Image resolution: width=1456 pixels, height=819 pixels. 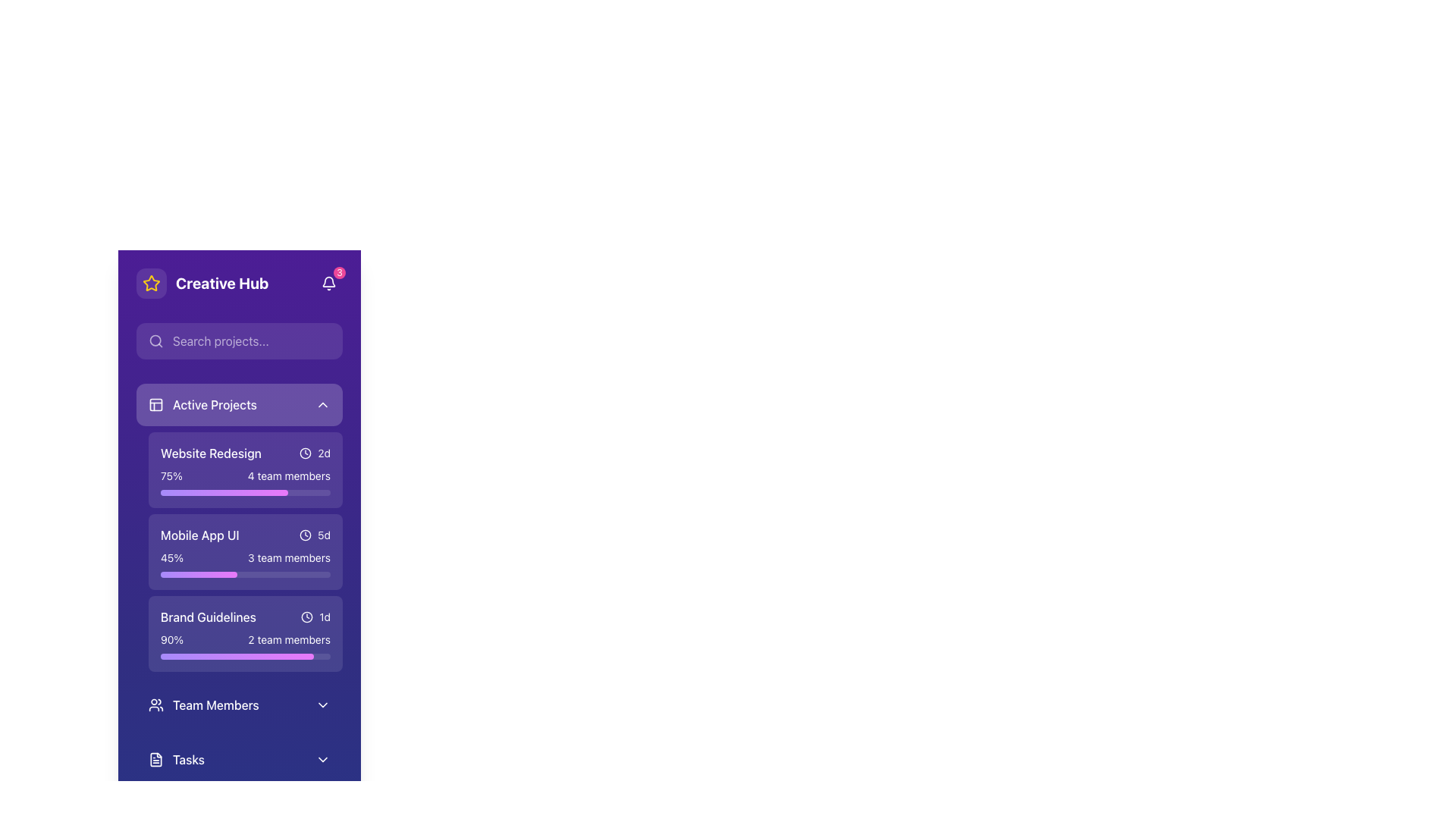 What do you see at coordinates (323, 534) in the screenshot?
I see `the static text label displaying '5d' in white font, located in the 'Active Projects' section within the 'Mobile App UI' project card, adjacent to the circular clock icon` at bounding box center [323, 534].